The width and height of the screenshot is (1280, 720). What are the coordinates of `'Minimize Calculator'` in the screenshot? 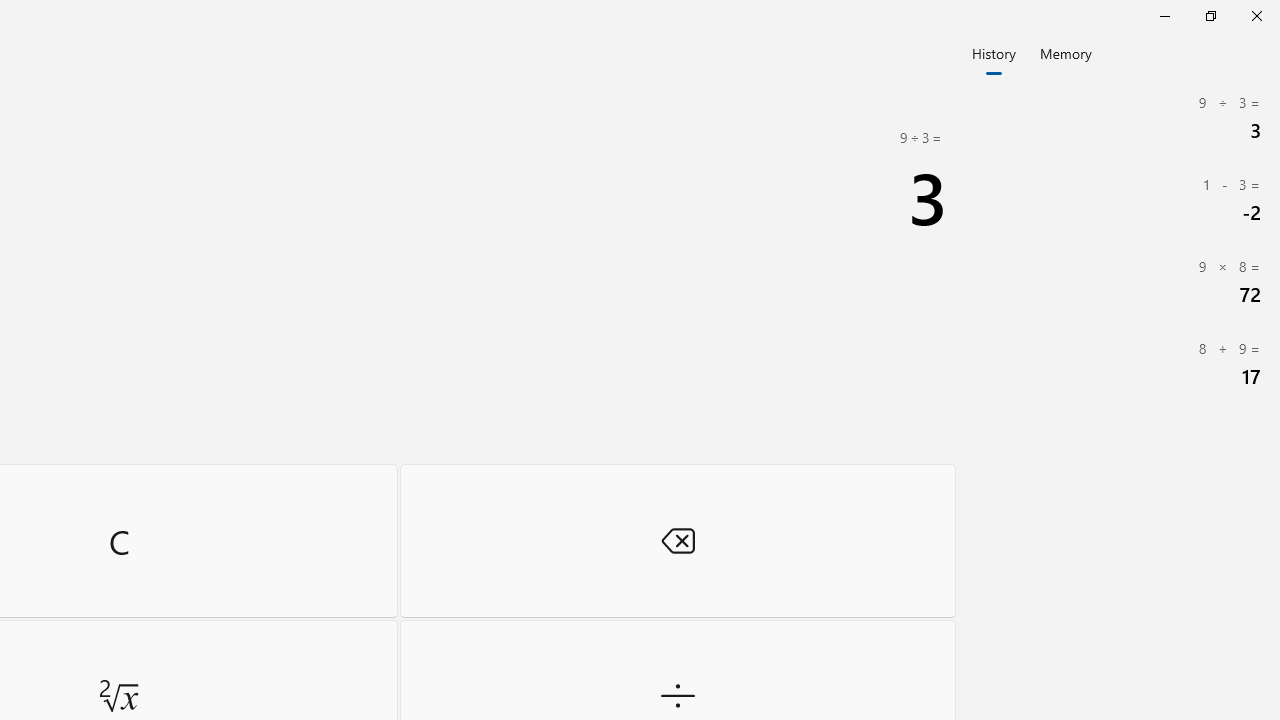 It's located at (1164, 15).